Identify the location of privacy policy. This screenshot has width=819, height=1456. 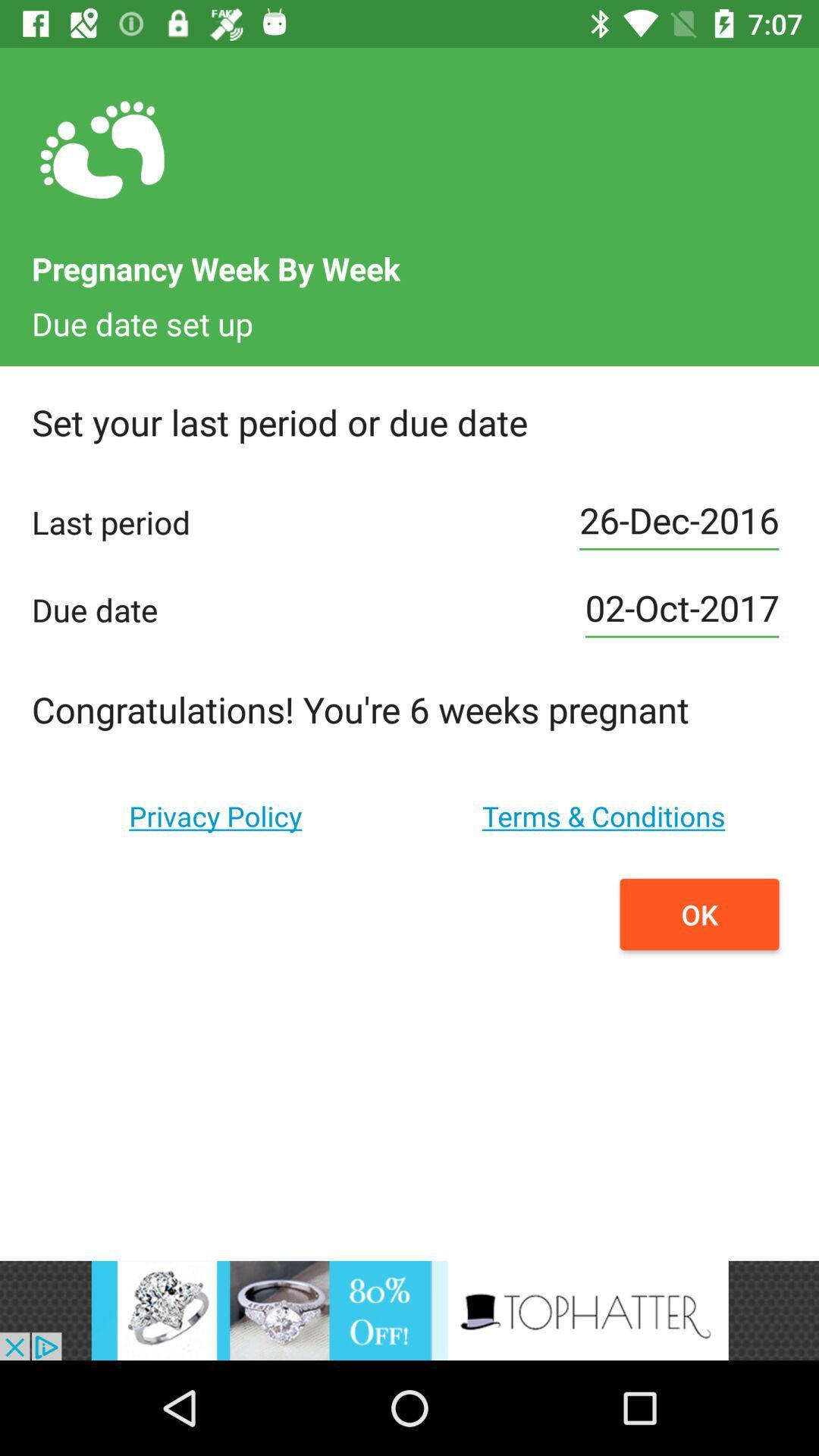
(215, 815).